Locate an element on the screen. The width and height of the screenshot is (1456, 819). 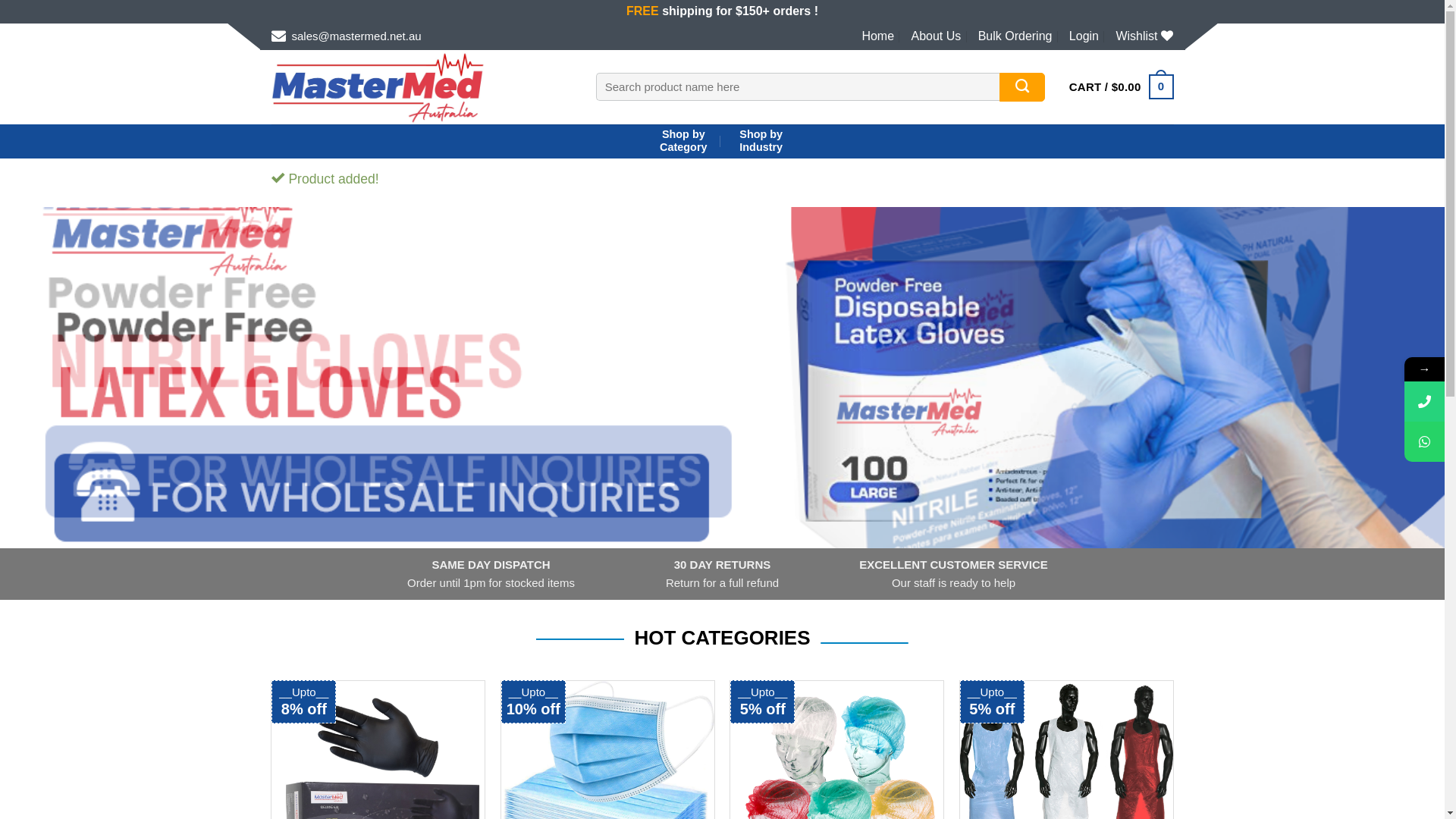
'About Us' is located at coordinates (934, 35).